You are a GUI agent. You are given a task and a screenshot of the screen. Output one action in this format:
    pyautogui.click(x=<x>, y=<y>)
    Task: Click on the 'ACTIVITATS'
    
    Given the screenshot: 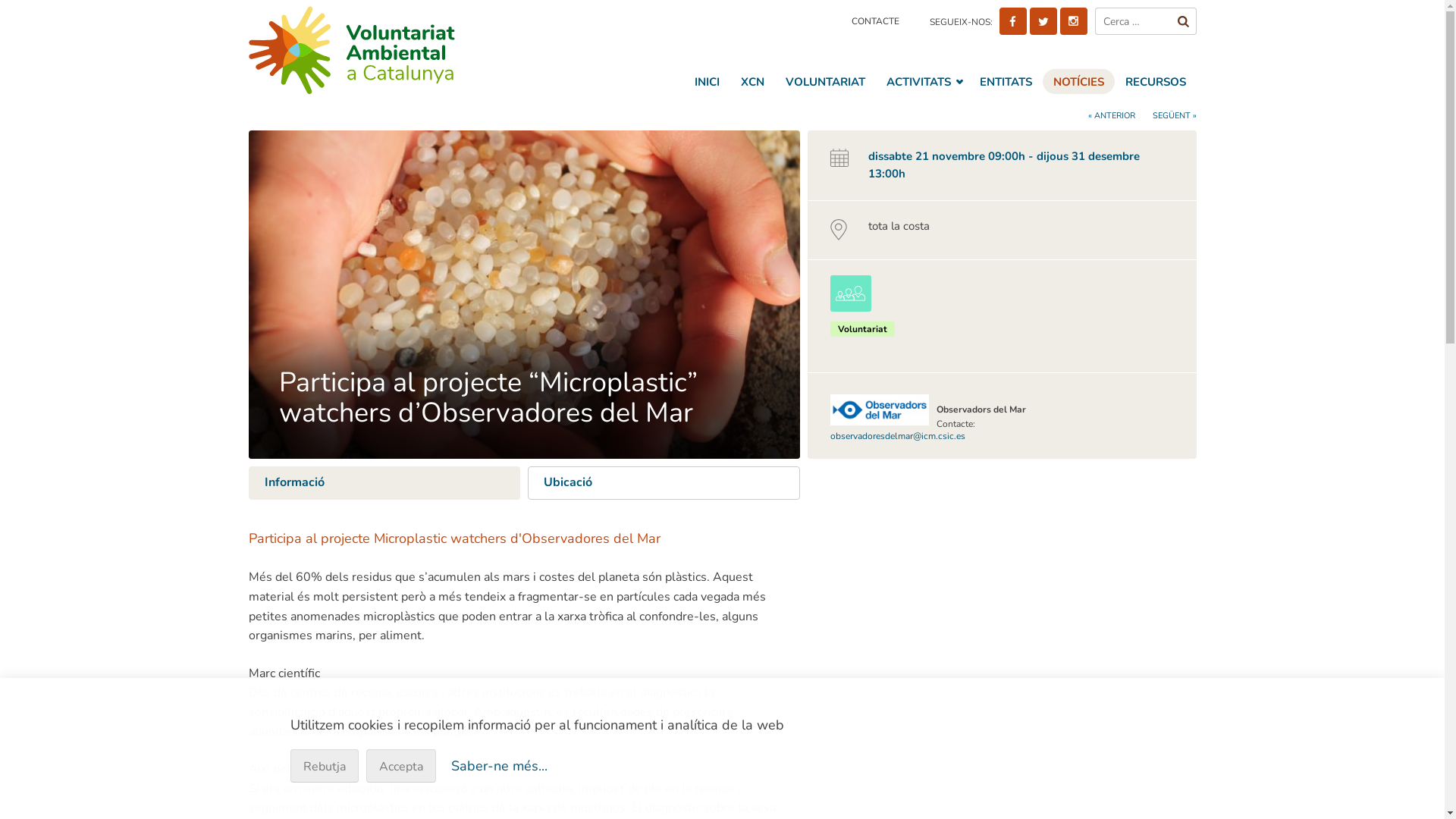 What is the action you would take?
    pyautogui.click(x=921, y=81)
    